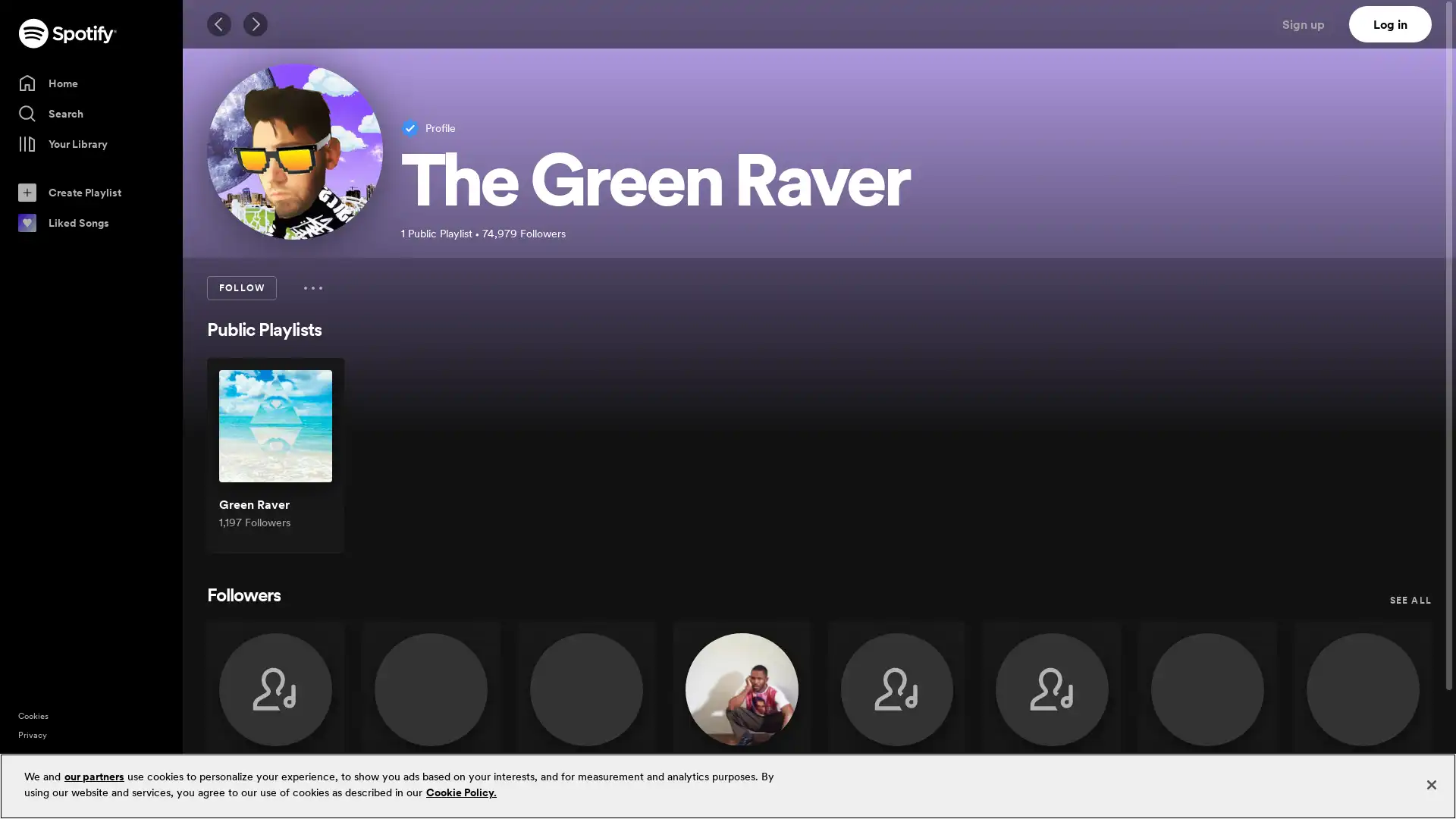  What do you see at coordinates (1390, 24) in the screenshot?
I see `Log in` at bounding box center [1390, 24].